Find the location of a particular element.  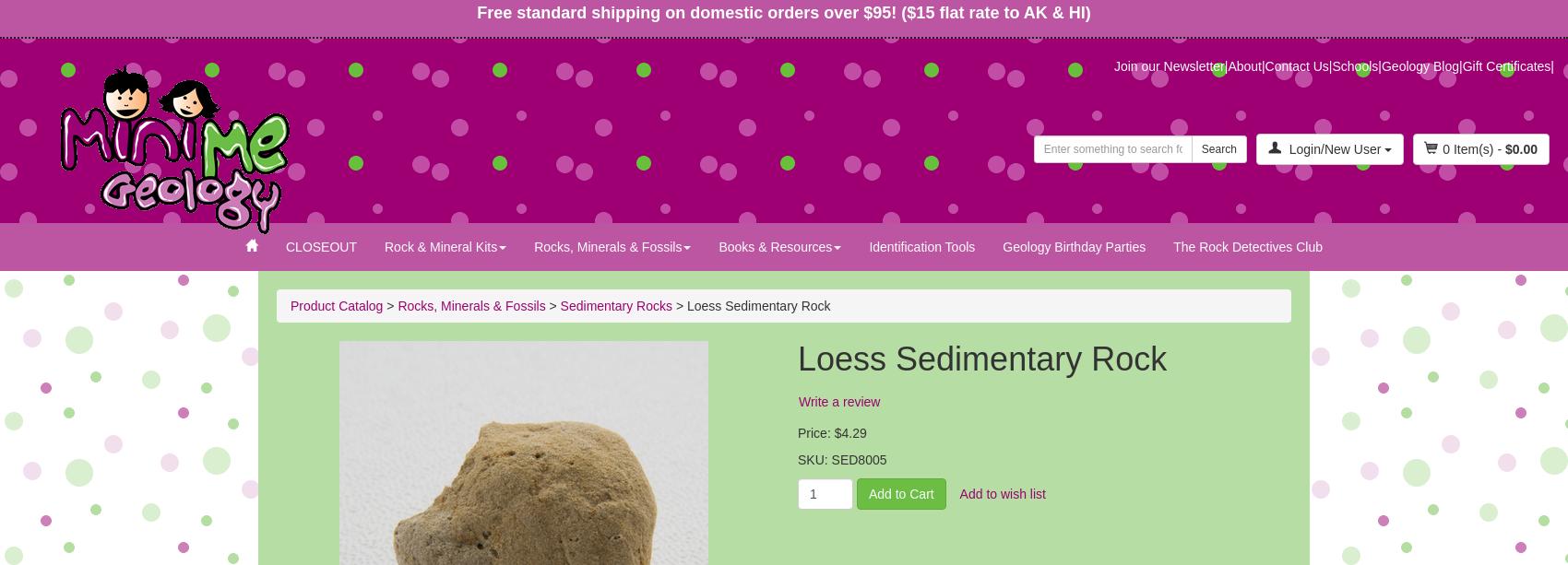

'Login/New User' is located at coordinates (1334, 147).